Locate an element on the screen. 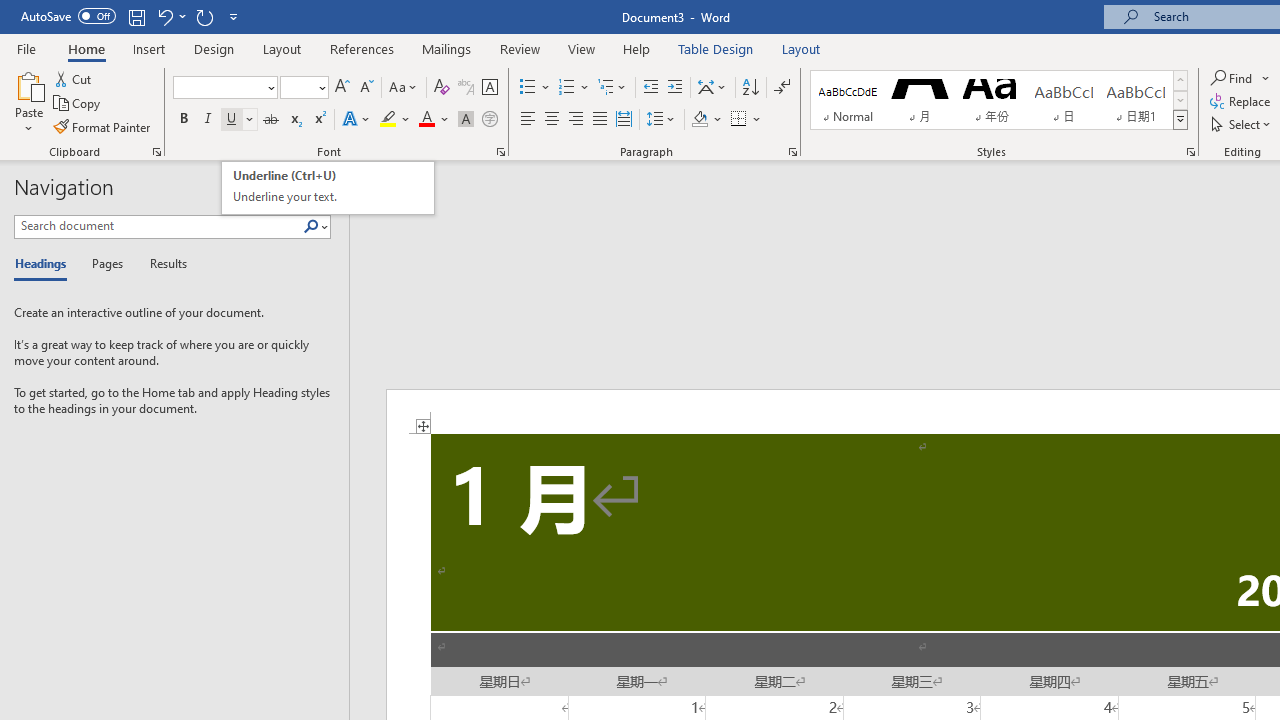  'Superscript' is located at coordinates (318, 119).